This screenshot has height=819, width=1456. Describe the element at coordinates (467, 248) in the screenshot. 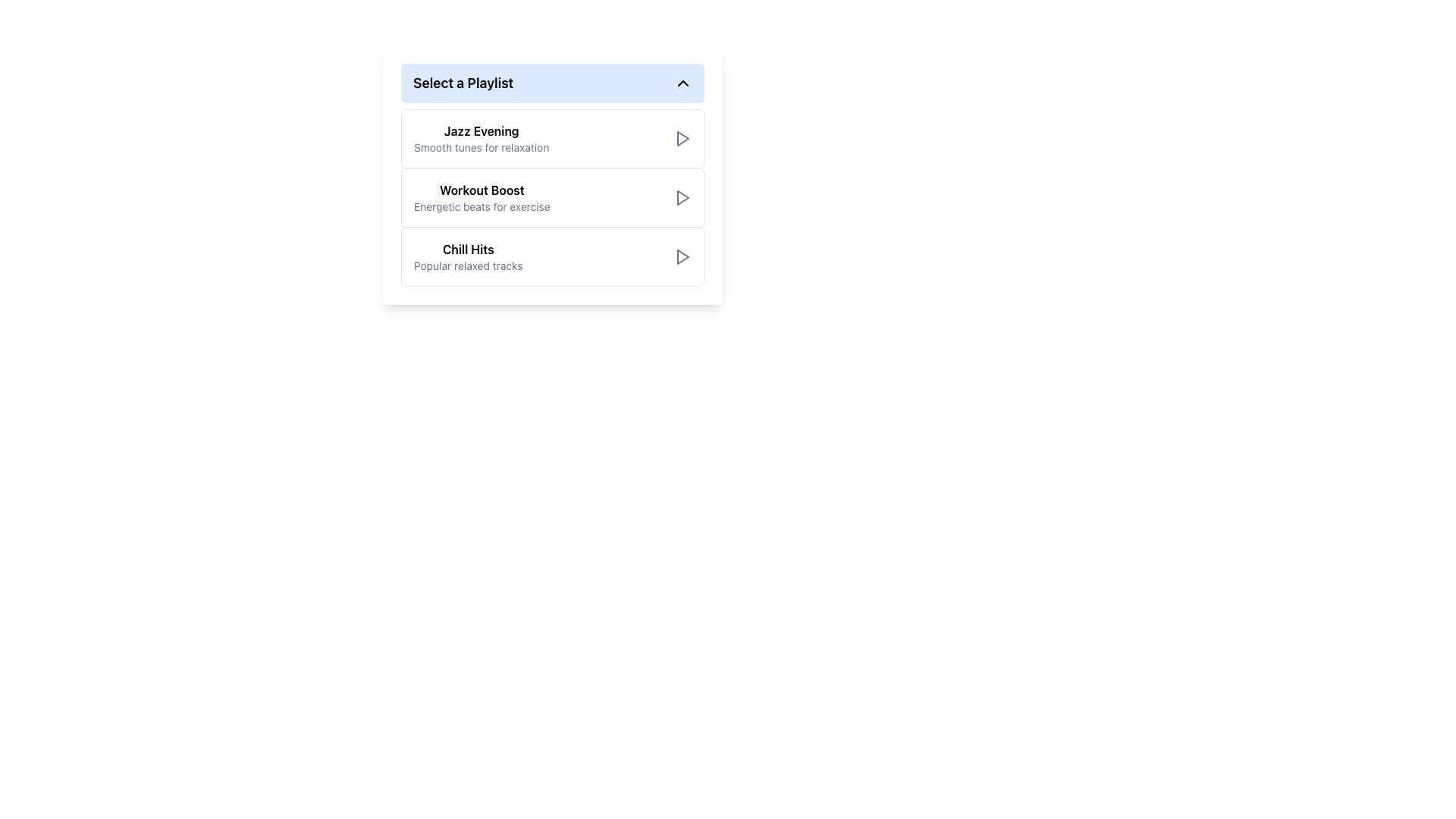

I see `the 'Chill Hits' text label, which serves as the title of a playlist card in the 'Select a Playlist' interface` at that location.